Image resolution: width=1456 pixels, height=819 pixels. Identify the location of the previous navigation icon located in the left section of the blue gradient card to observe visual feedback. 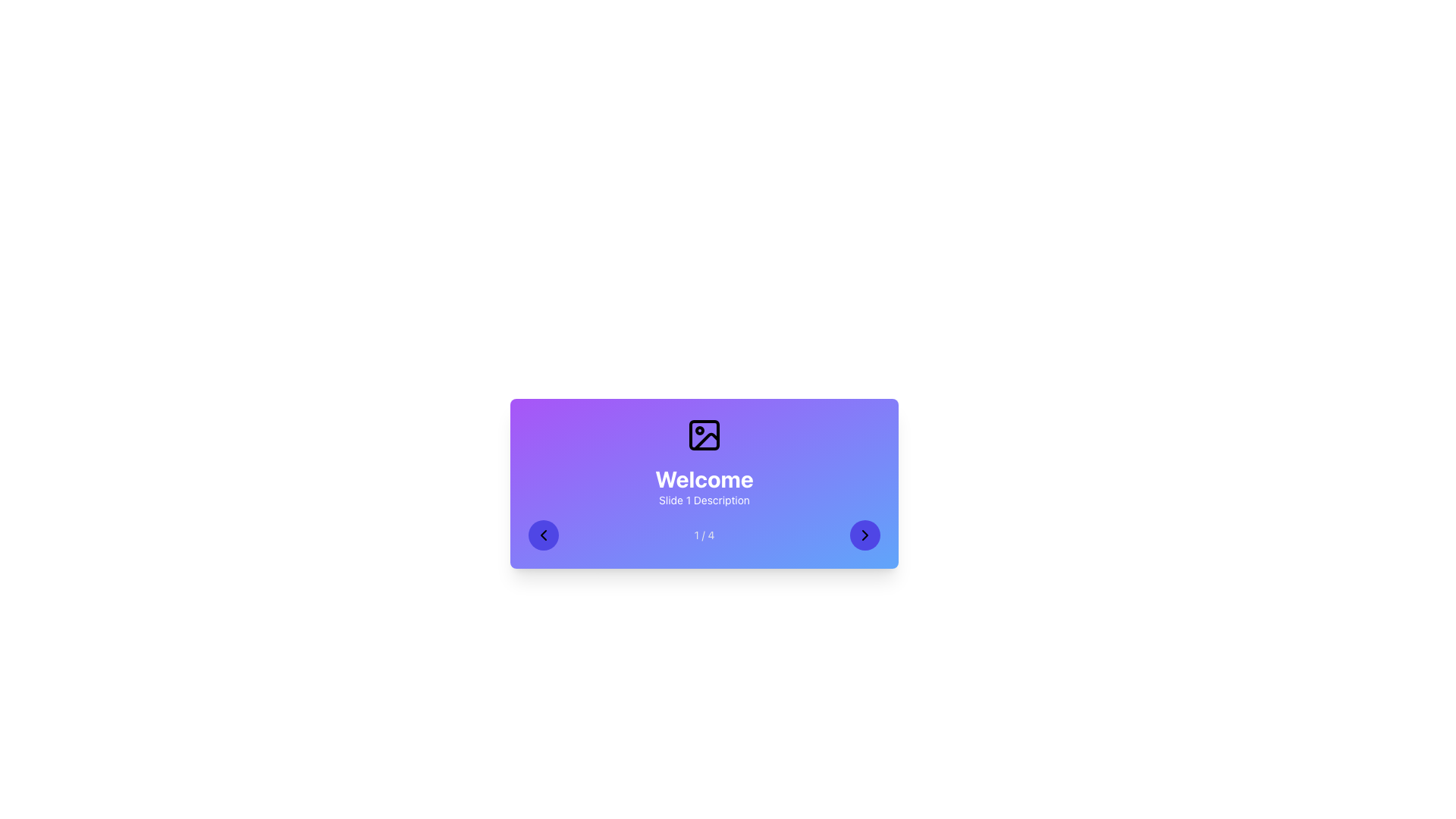
(543, 534).